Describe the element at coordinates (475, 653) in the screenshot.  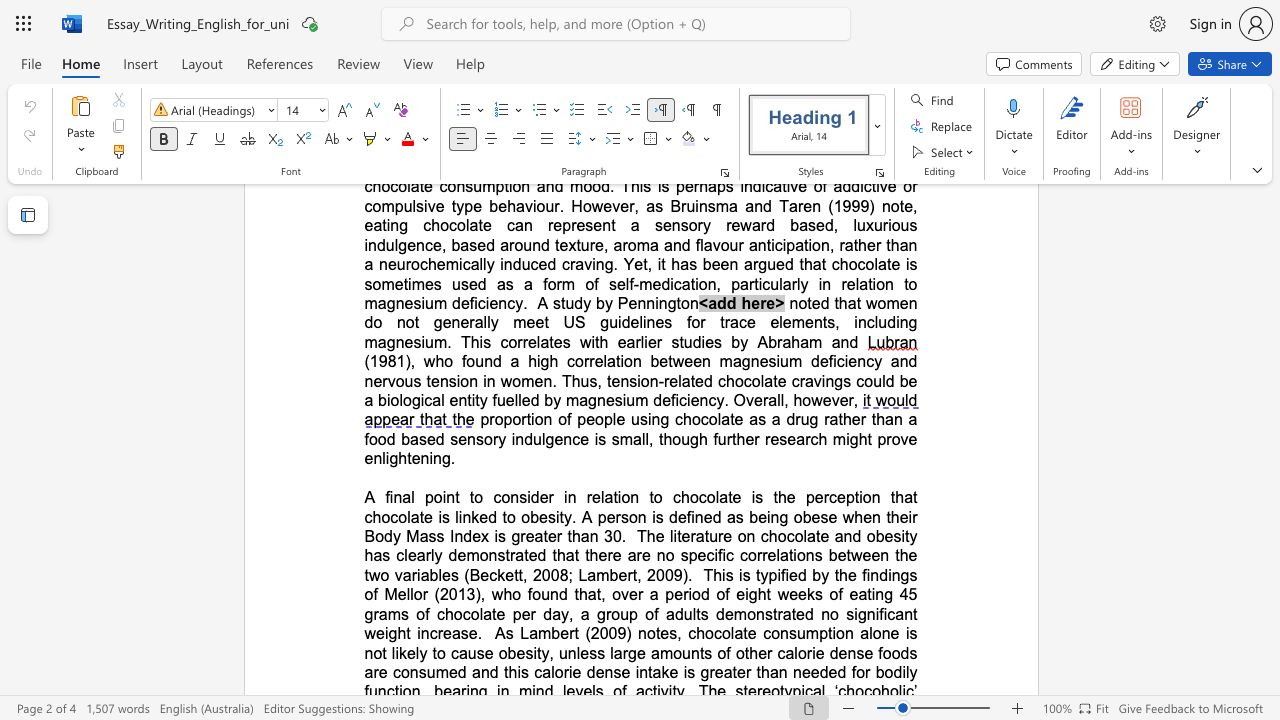
I see `the subset text "se obesity, unless" within the text "As Lambert (2009) notes, chocolate consumption alone is not likely to cause obesity, unless"` at that location.